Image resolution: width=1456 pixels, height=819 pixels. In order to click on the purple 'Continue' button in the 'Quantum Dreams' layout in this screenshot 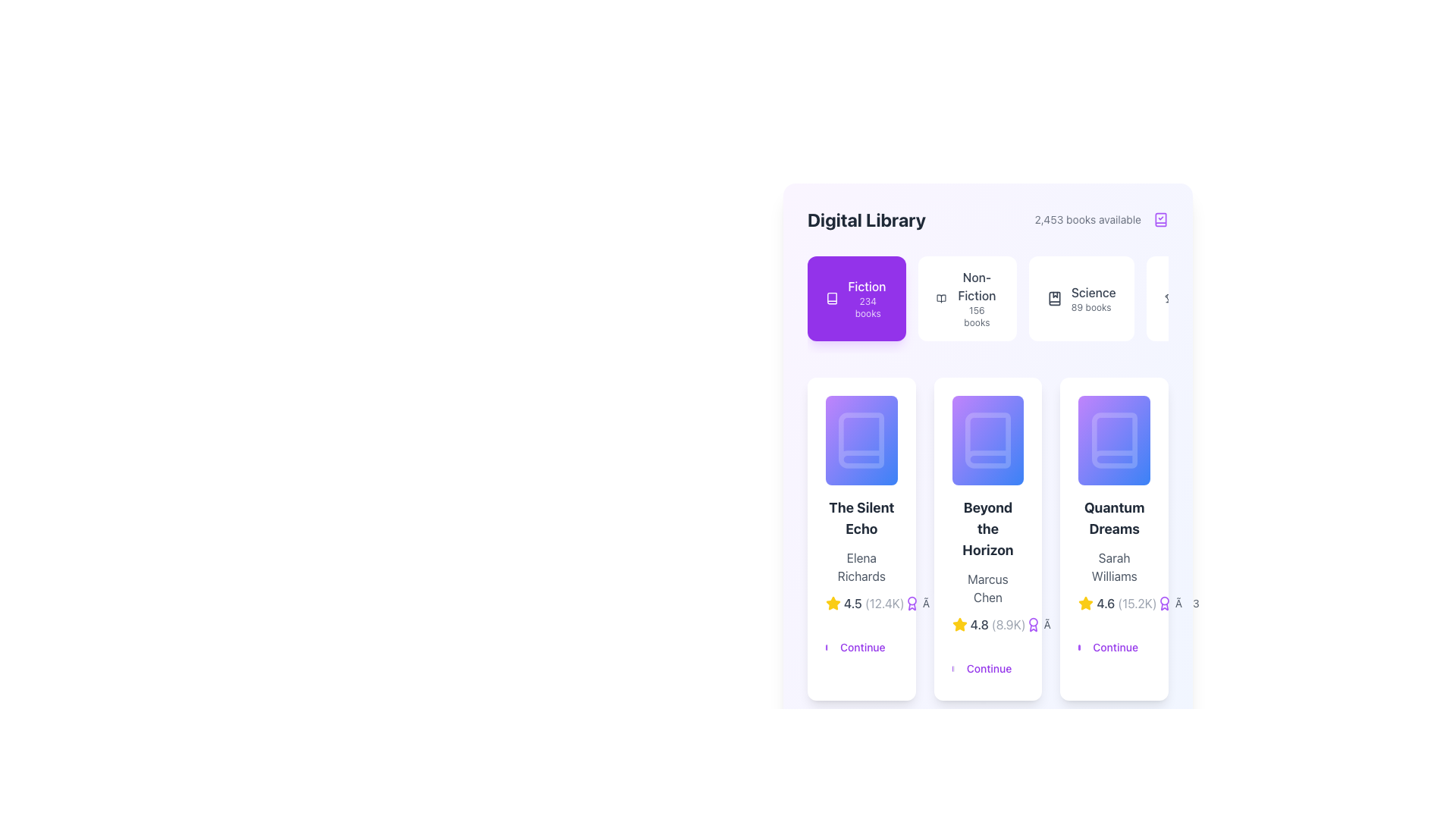, I will do `click(1114, 642)`.